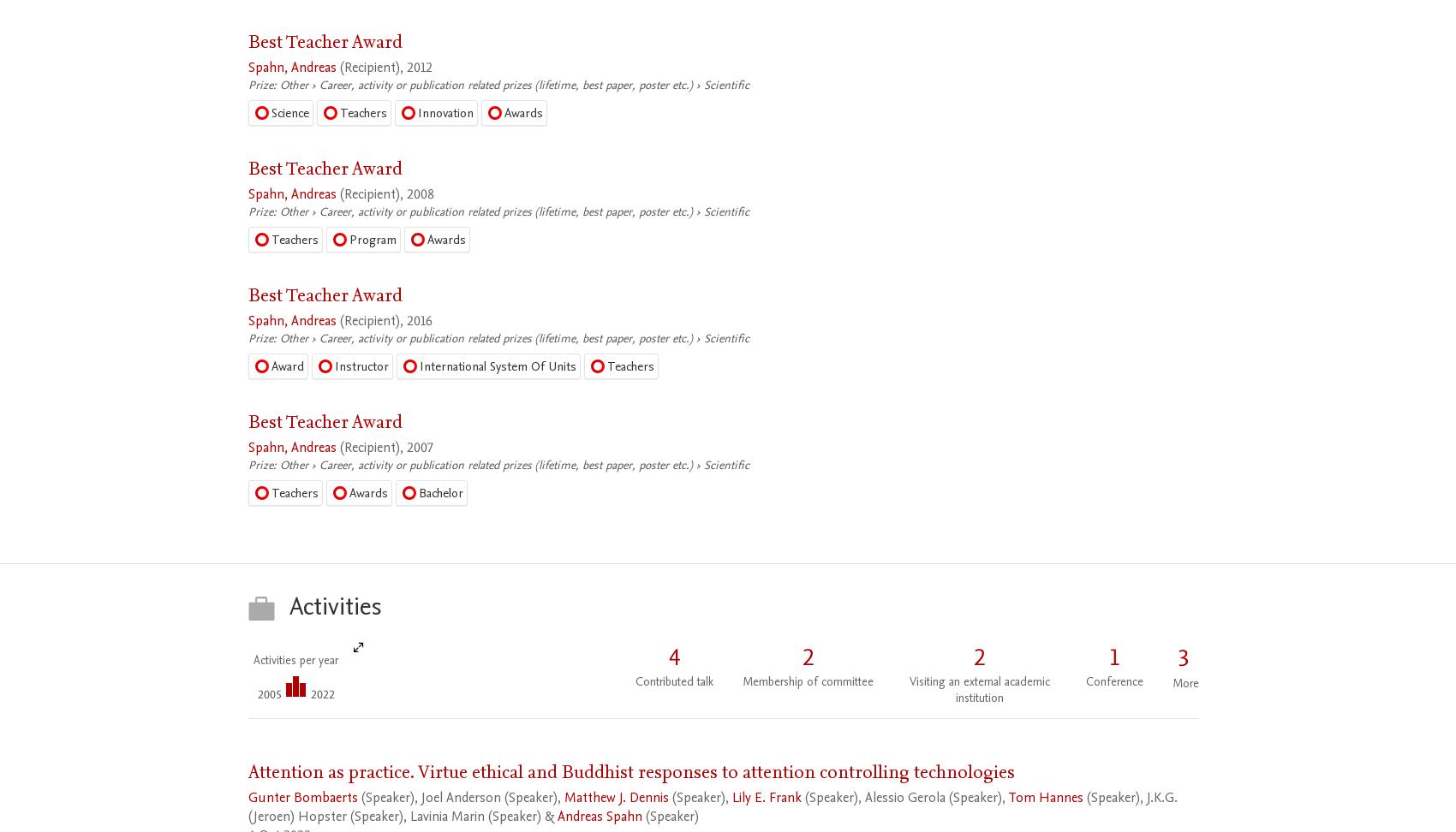 The height and width of the screenshot is (832, 1456). What do you see at coordinates (373, 240) in the screenshot?
I see `'Program'` at bounding box center [373, 240].